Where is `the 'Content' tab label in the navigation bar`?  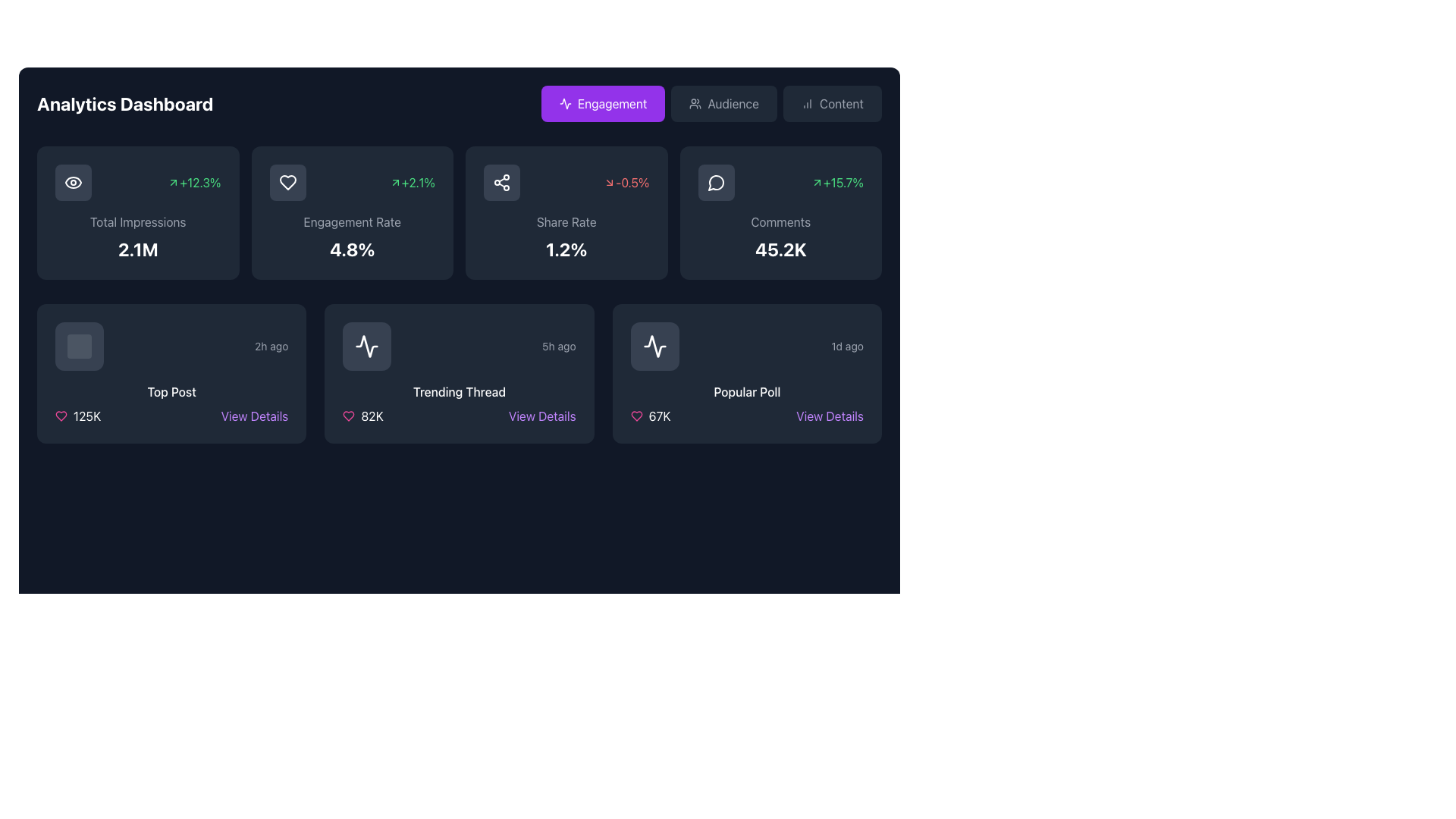
the 'Content' tab label in the navigation bar is located at coordinates (840, 103).